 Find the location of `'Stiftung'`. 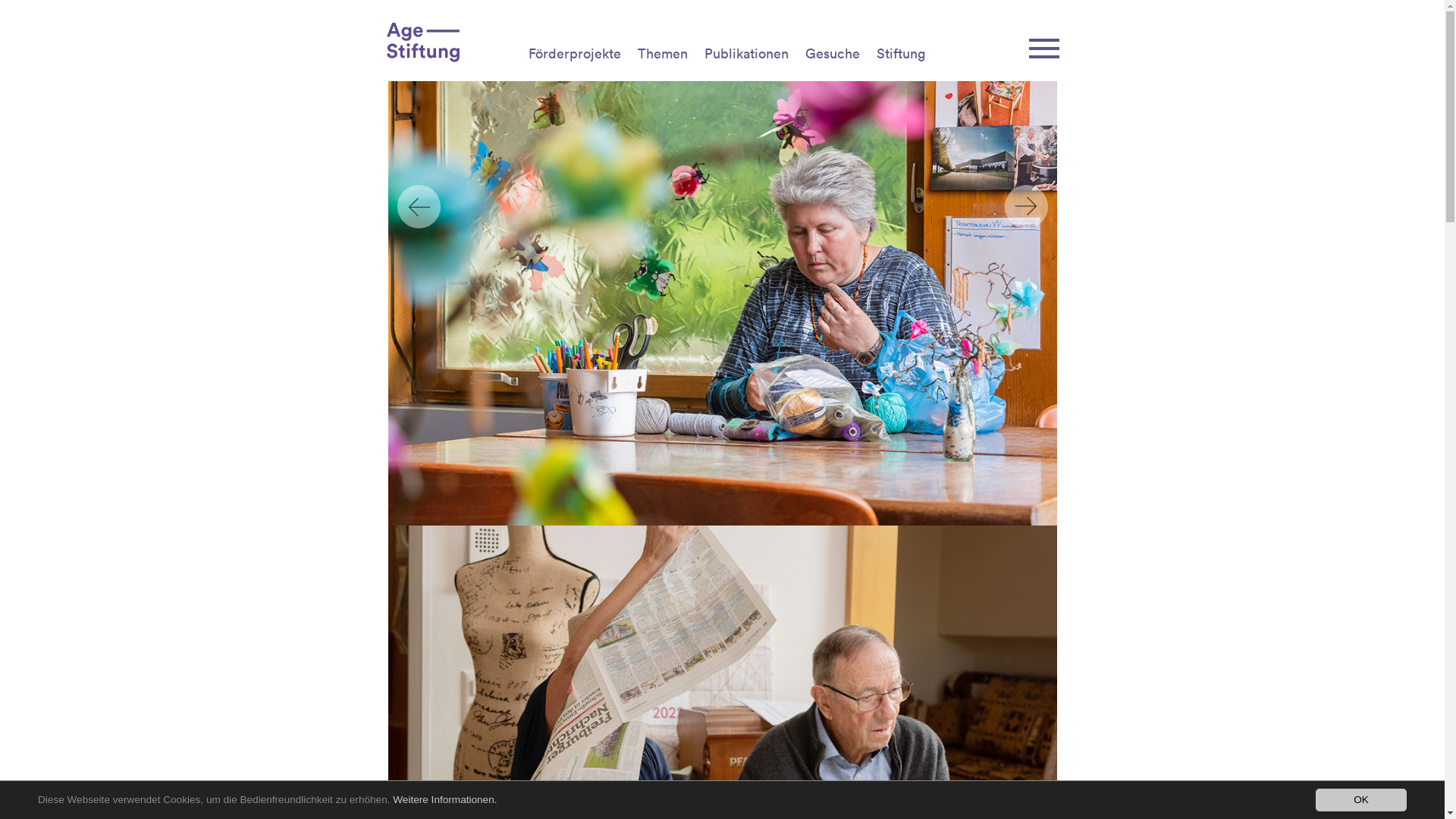

'Stiftung' is located at coordinates (900, 52).